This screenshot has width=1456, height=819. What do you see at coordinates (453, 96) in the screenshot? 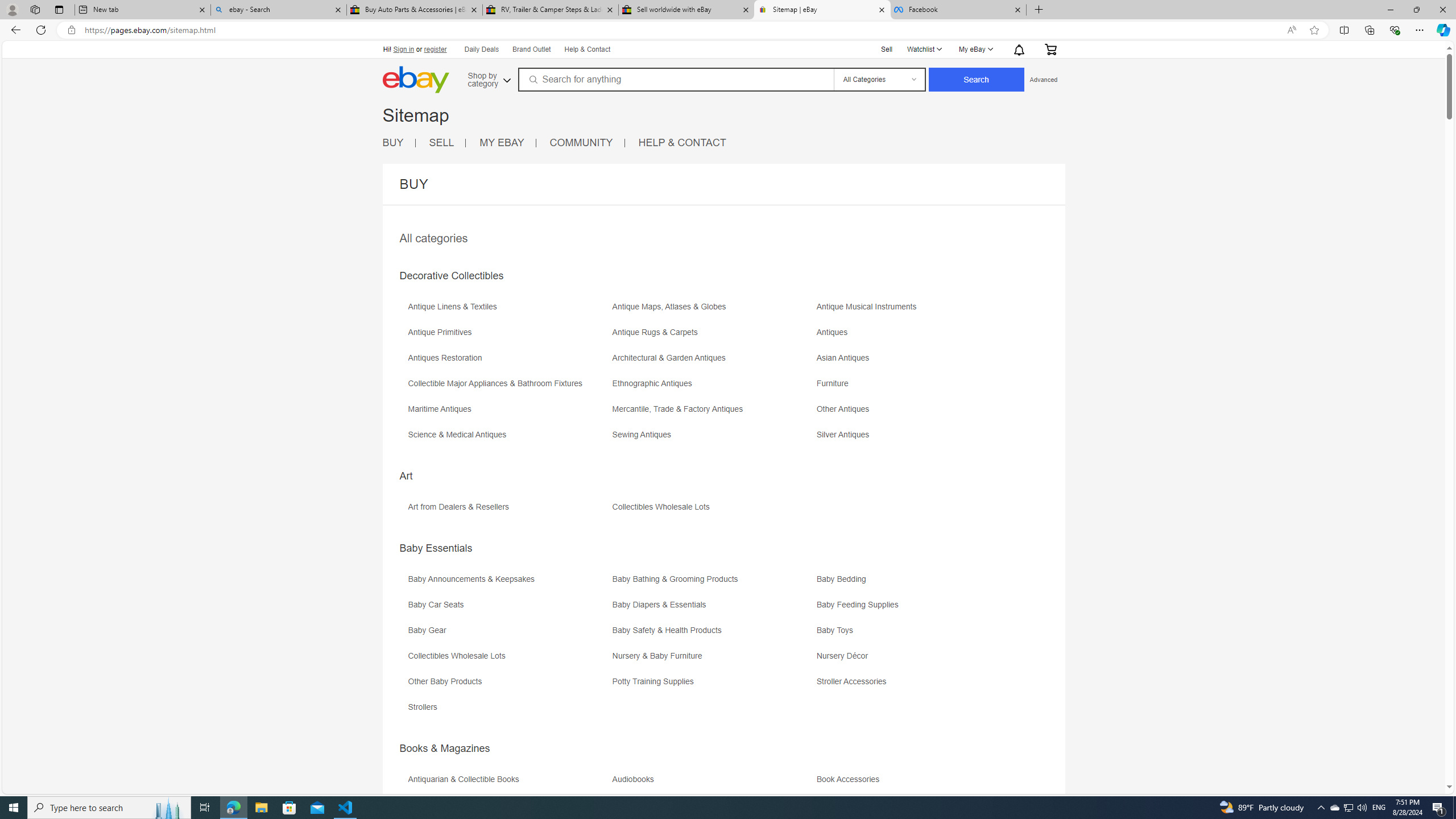
I see `'eBay Logo'` at bounding box center [453, 96].